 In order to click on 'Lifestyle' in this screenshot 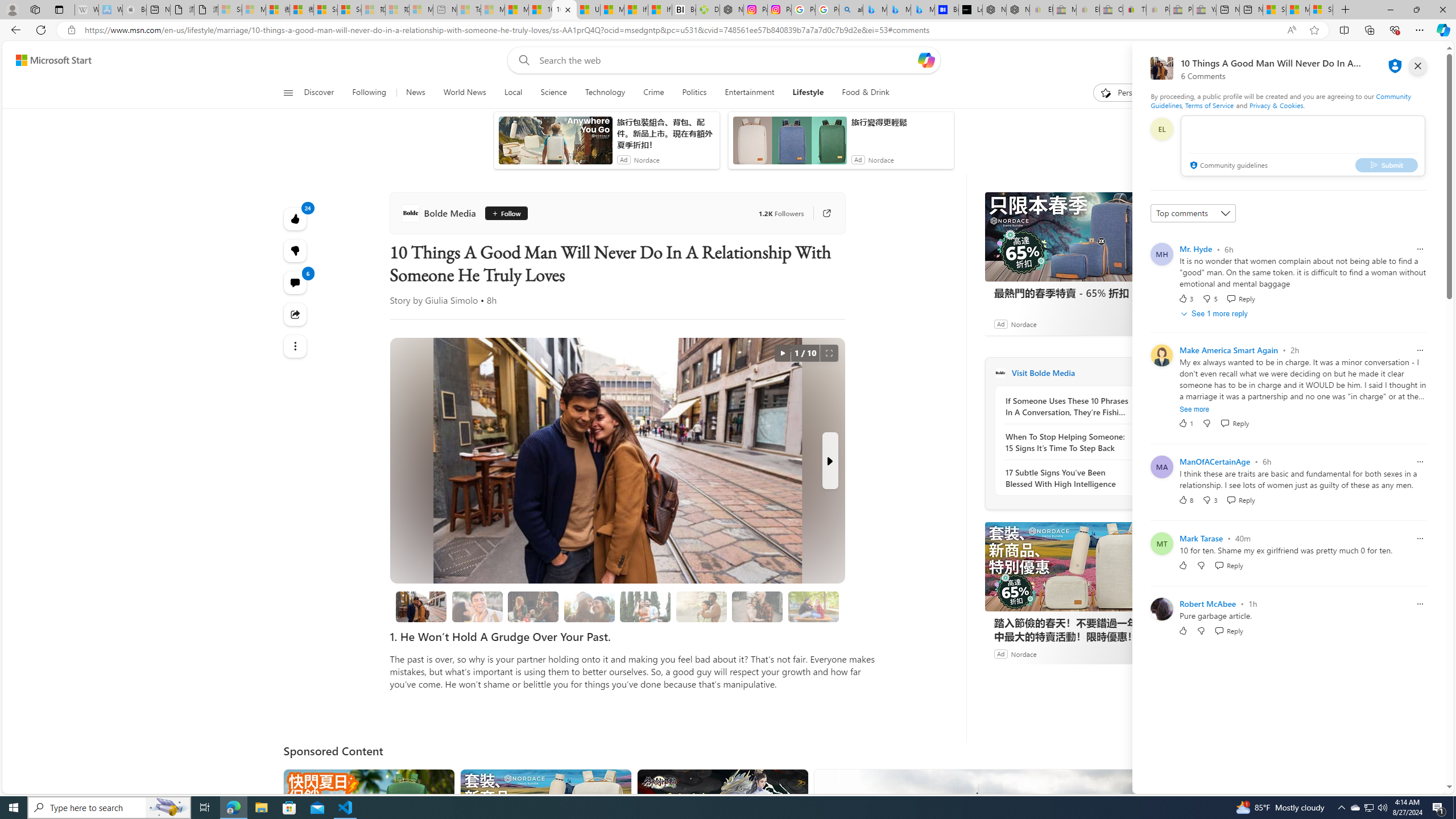, I will do `click(807, 92)`.